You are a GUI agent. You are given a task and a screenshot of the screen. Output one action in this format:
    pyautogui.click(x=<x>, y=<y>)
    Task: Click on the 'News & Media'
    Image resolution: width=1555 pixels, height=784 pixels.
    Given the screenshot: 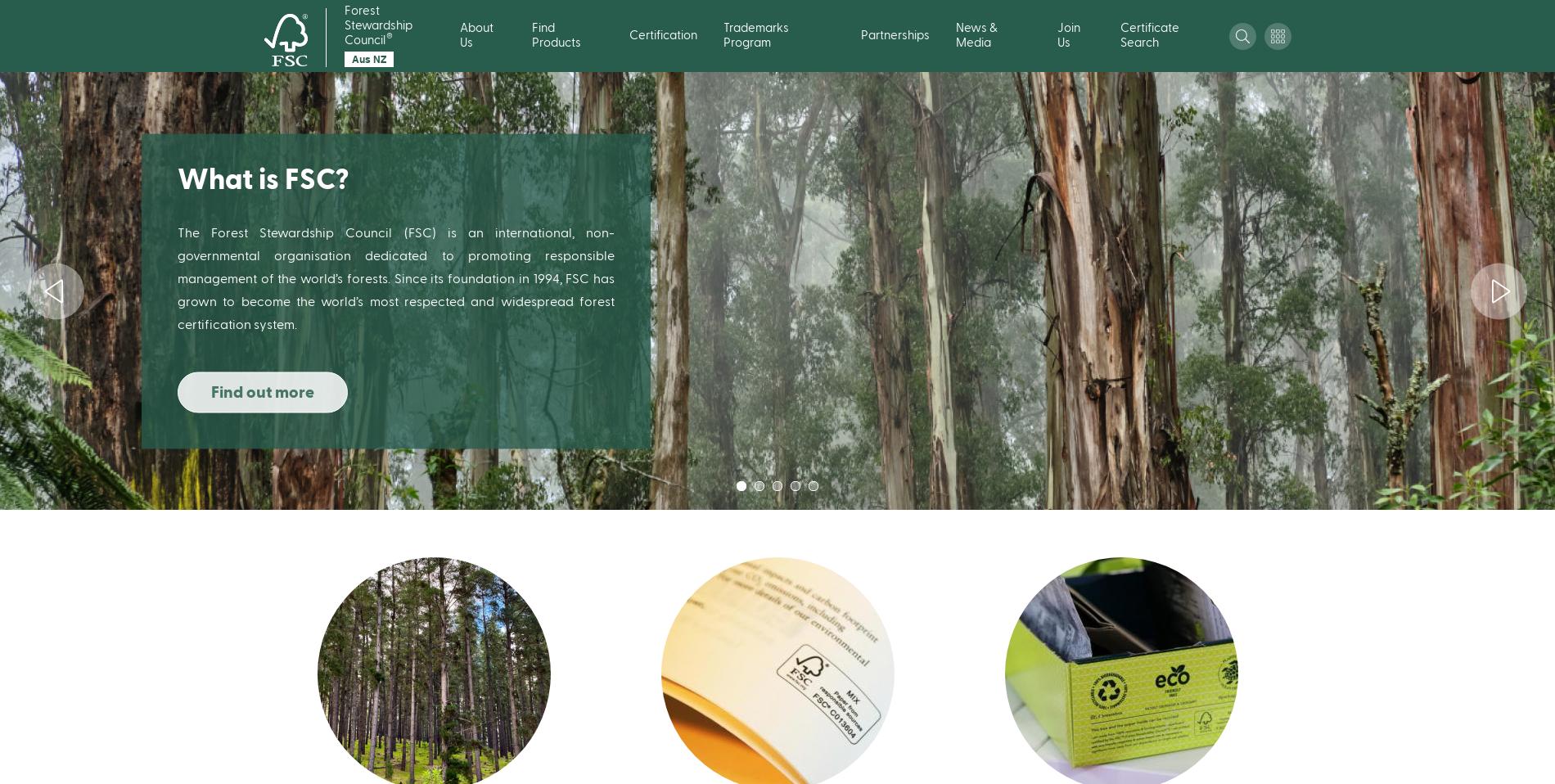 What is the action you would take?
    pyautogui.click(x=975, y=34)
    